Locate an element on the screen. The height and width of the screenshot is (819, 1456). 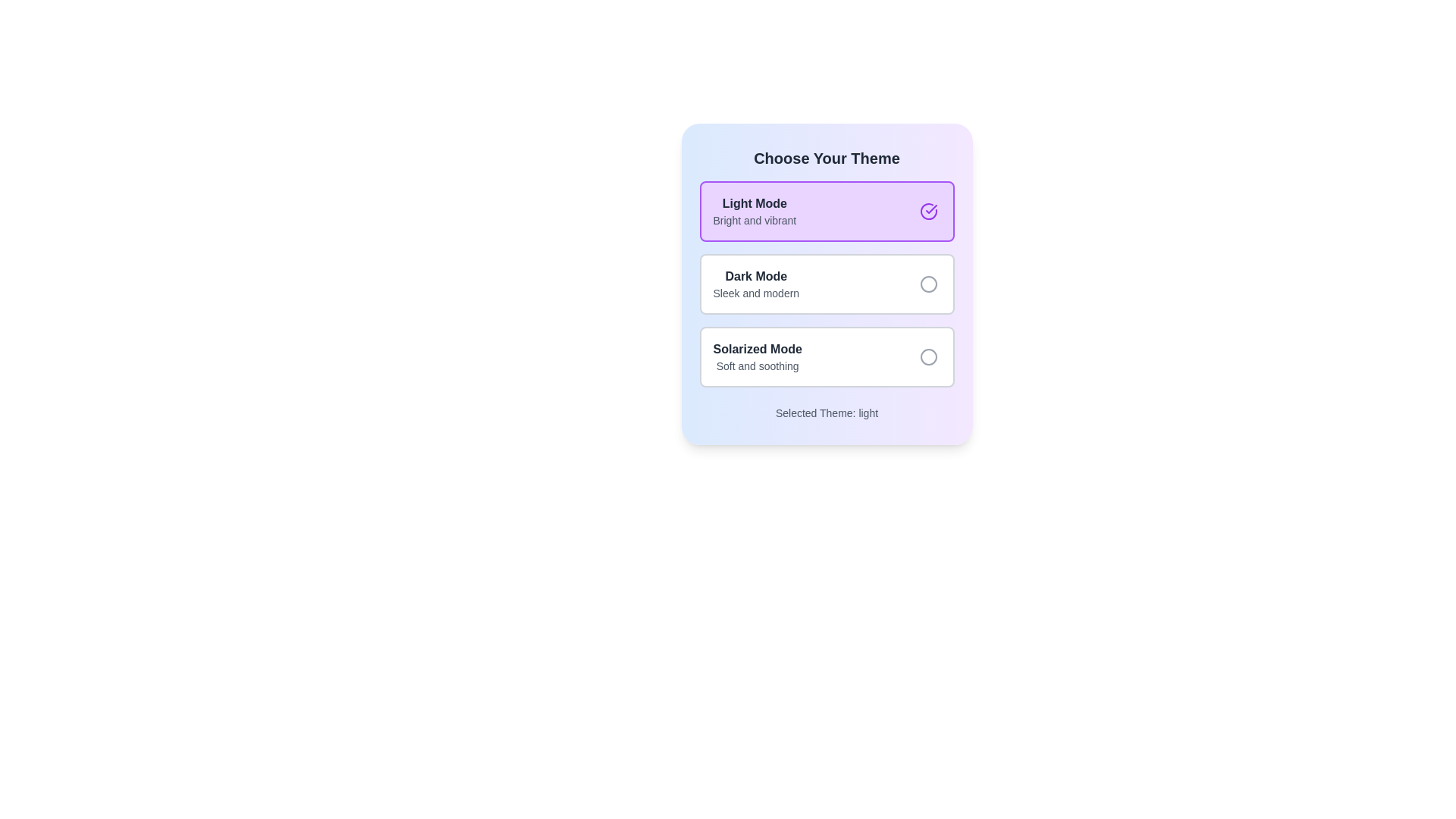
text displayed in the 'Light Mode' text label, which is styled in bold gray font and positioned at the top of its section is located at coordinates (755, 203).